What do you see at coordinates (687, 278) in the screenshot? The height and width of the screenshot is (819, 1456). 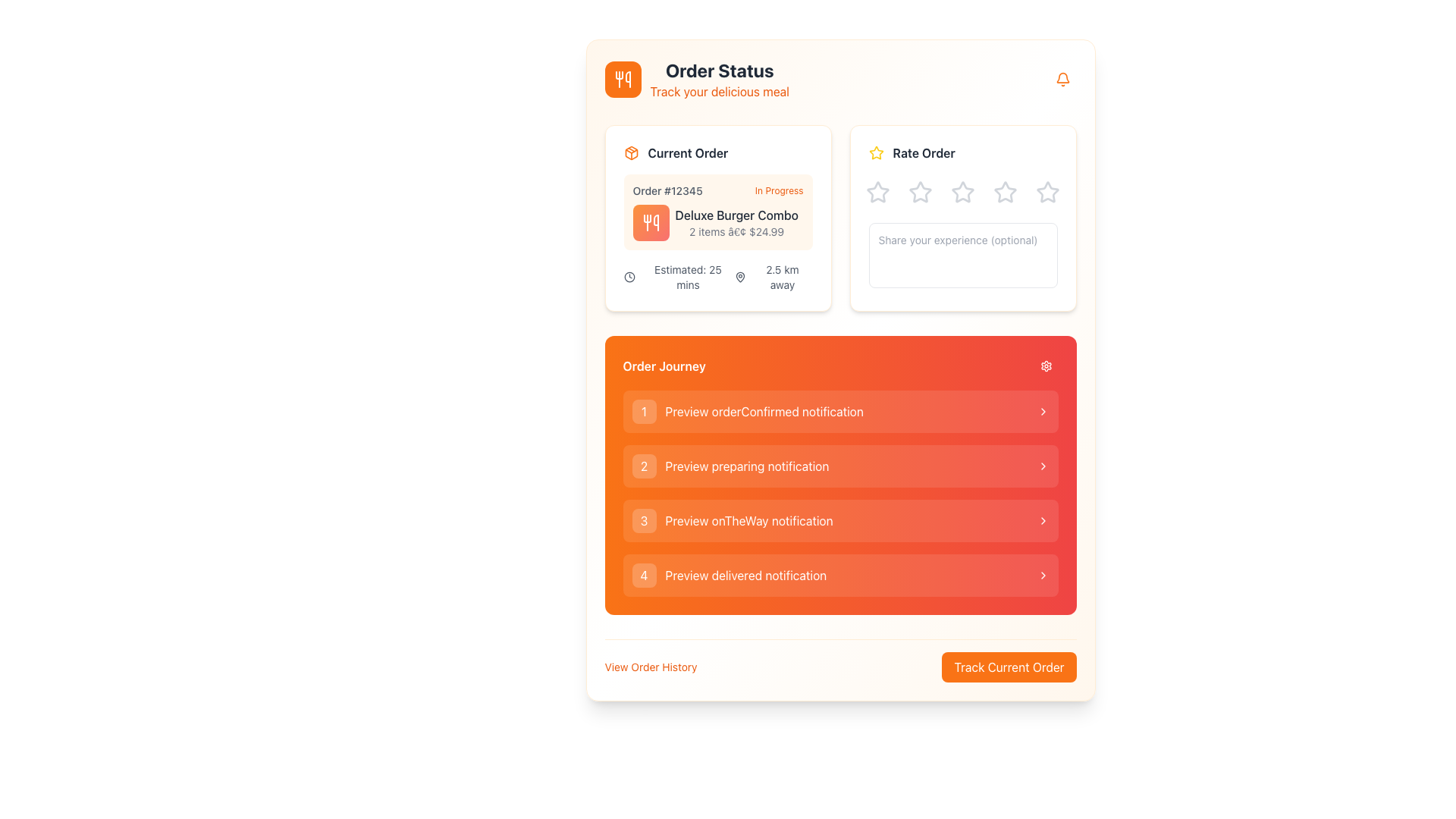 I see `the Label/Text Display that shows the estimated time remaining for the current order, located in the 'Current Order' section below the order details` at bounding box center [687, 278].